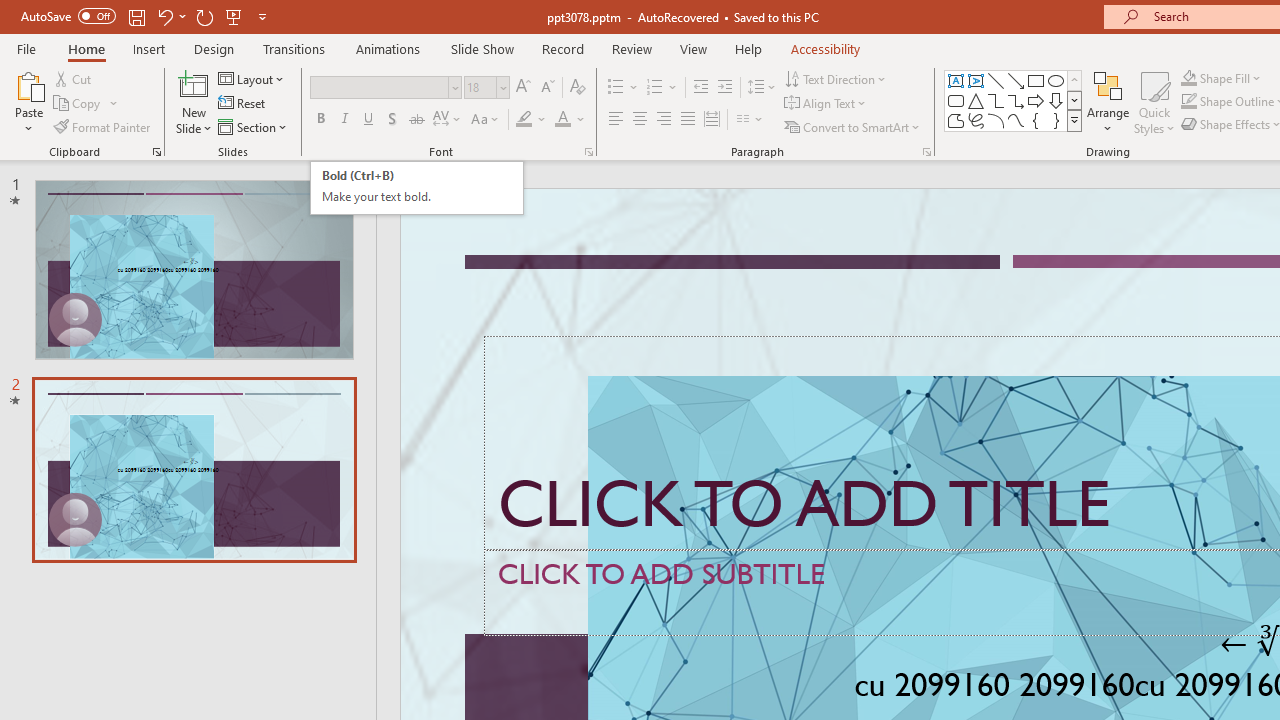 The image size is (1280, 720). I want to click on 'Reset', so click(242, 103).